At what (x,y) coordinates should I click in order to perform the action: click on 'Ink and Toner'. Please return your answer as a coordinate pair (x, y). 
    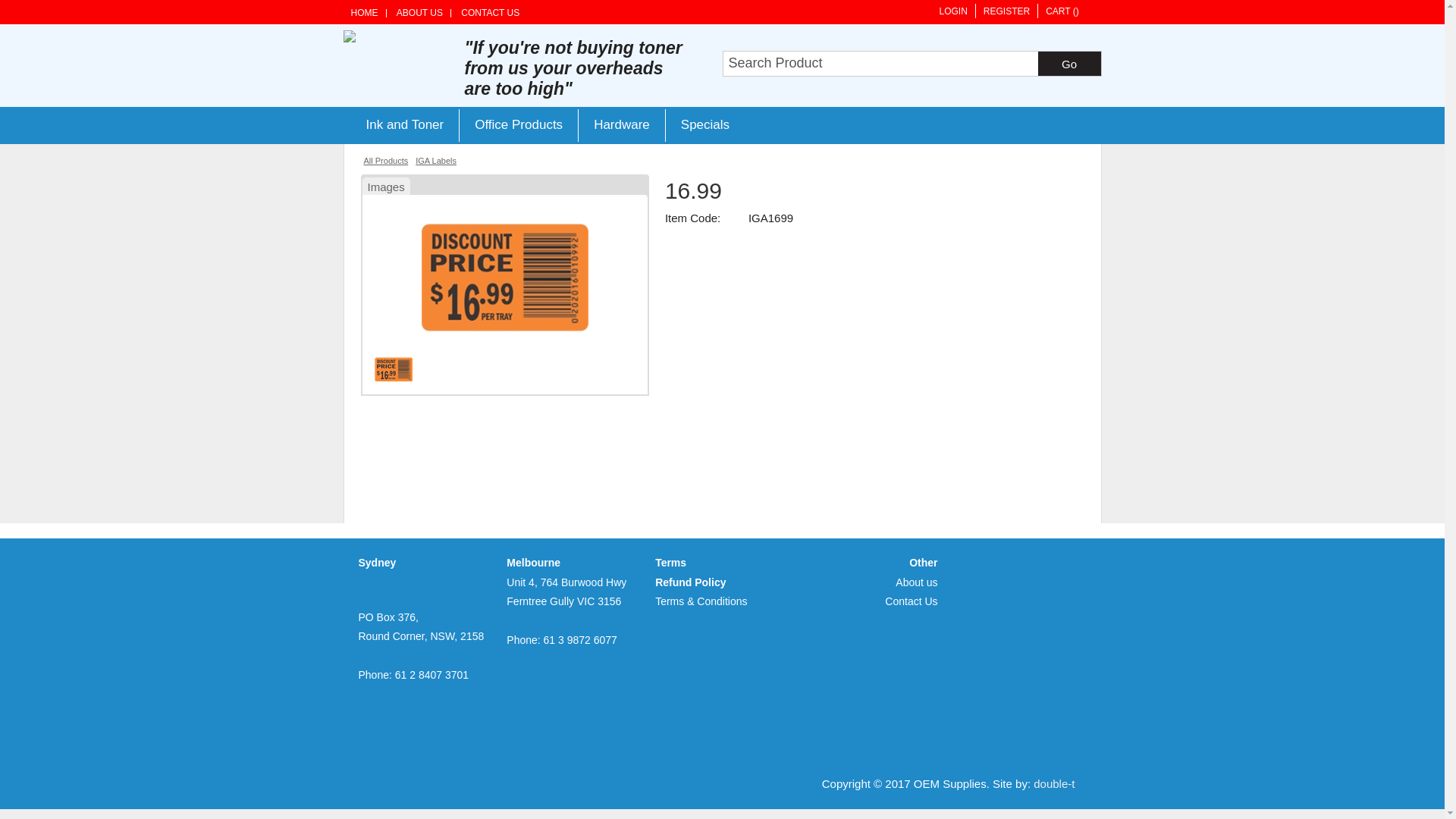
    Looking at the image, I should click on (404, 124).